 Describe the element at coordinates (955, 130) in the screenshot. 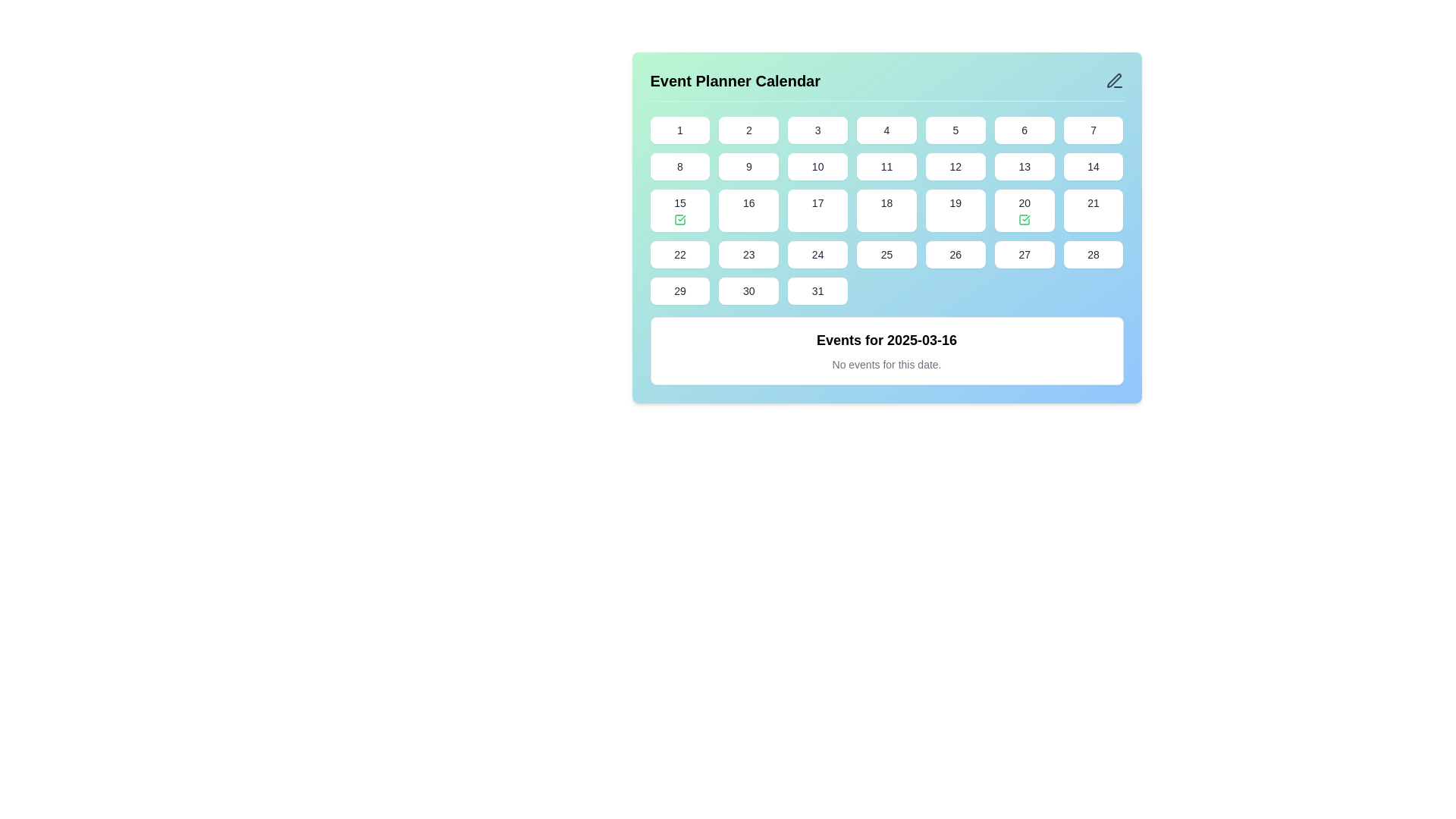

I see `the rectangular button displaying the number '5' in bold font, located in the first row of a calendar grid, to trigger the hover effects` at that location.